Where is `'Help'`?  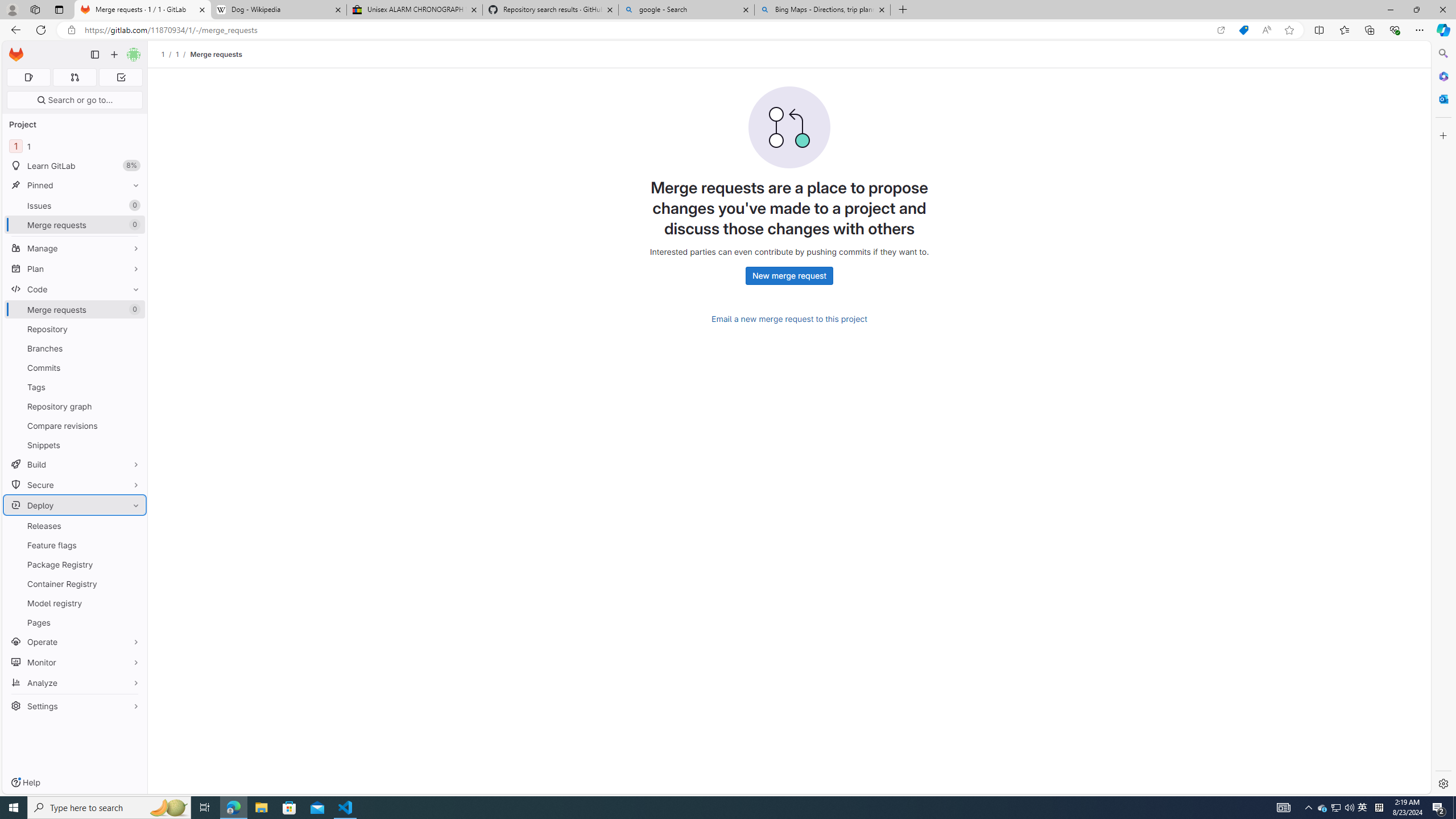
'Help' is located at coordinates (25, 781).